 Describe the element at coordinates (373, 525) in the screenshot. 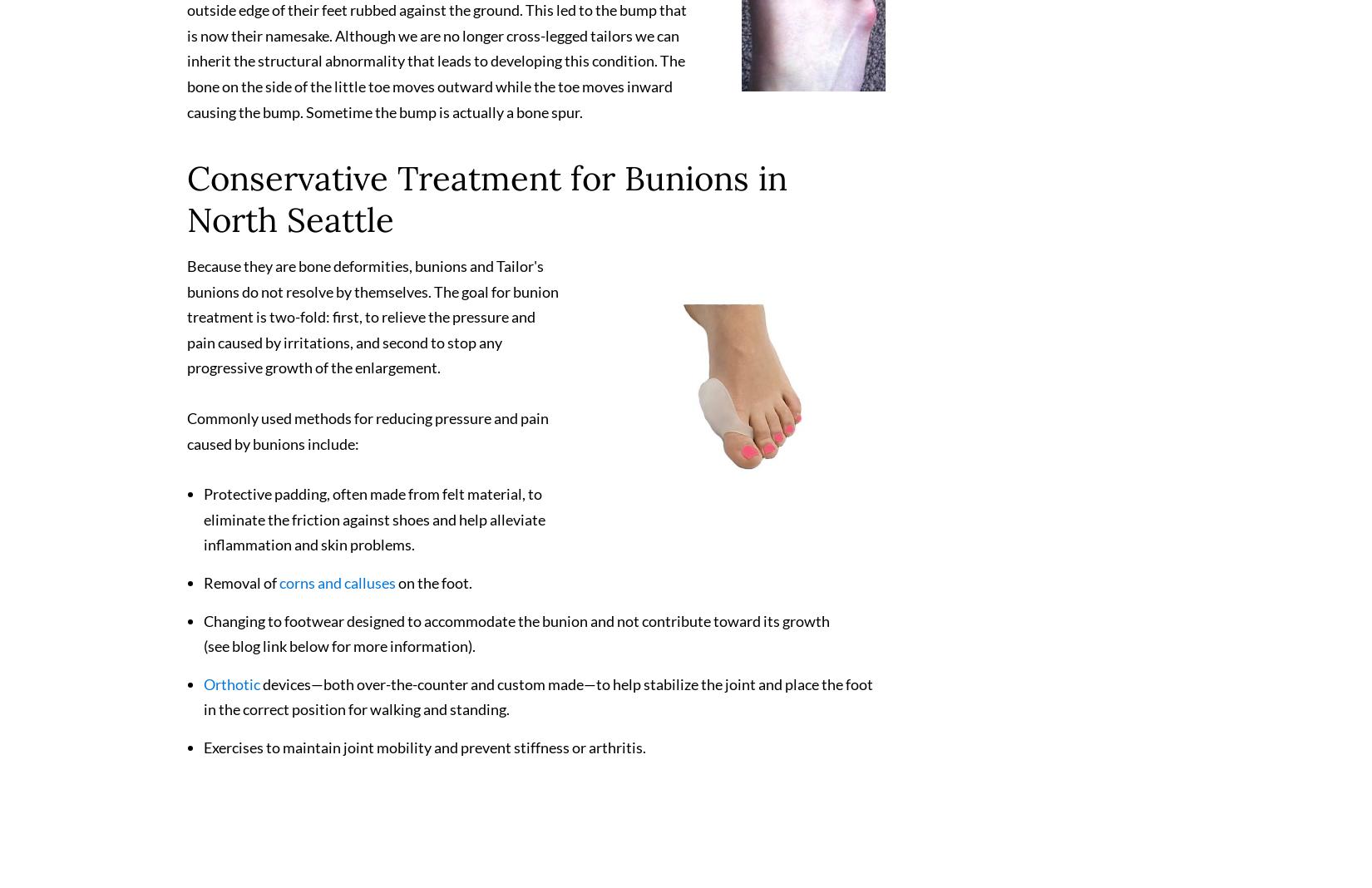

I see `'Protective padding, often made from felt material, to eliminate the friction against shoes and help alleviate inflammation and skin problems.'` at that location.